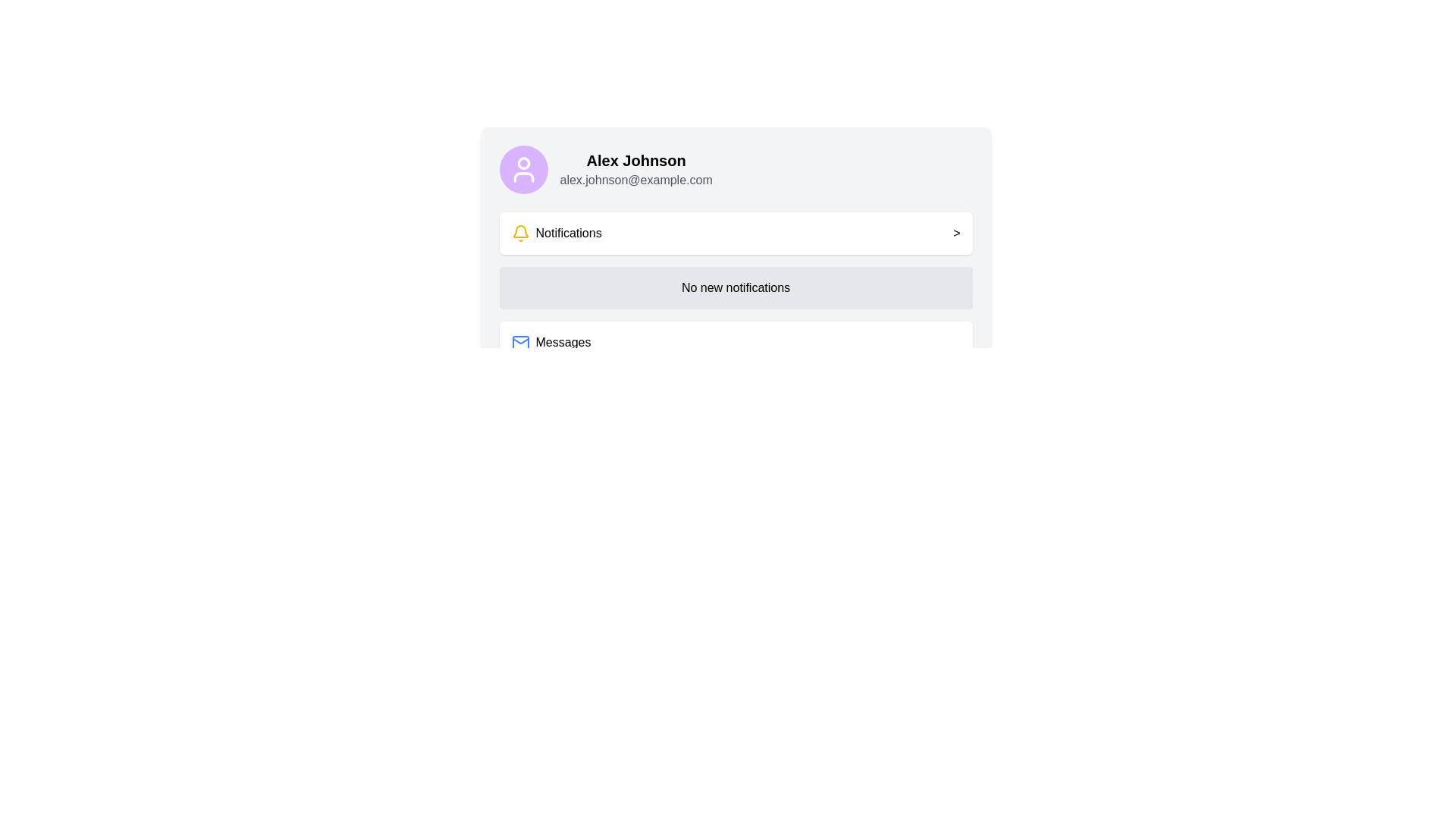  What do you see at coordinates (520, 231) in the screenshot?
I see `the bell-shaped notification icon, which is outlined in yellow and located to the left of the 'Notifications' label` at bounding box center [520, 231].